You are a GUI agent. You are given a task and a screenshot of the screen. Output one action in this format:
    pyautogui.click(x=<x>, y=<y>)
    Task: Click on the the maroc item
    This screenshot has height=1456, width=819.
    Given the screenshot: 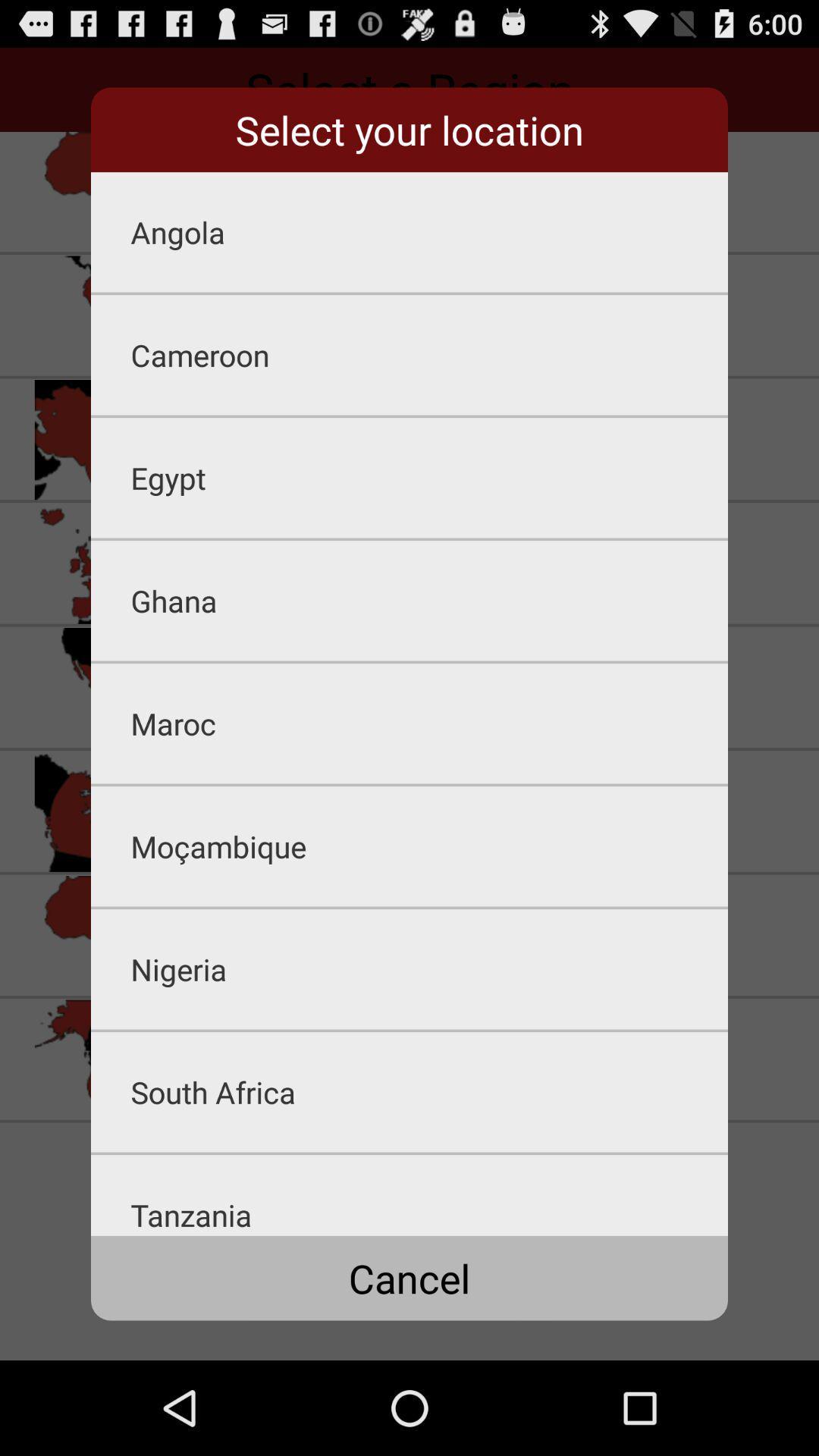 What is the action you would take?
    pyautogui.click(x=429, y=723)
    